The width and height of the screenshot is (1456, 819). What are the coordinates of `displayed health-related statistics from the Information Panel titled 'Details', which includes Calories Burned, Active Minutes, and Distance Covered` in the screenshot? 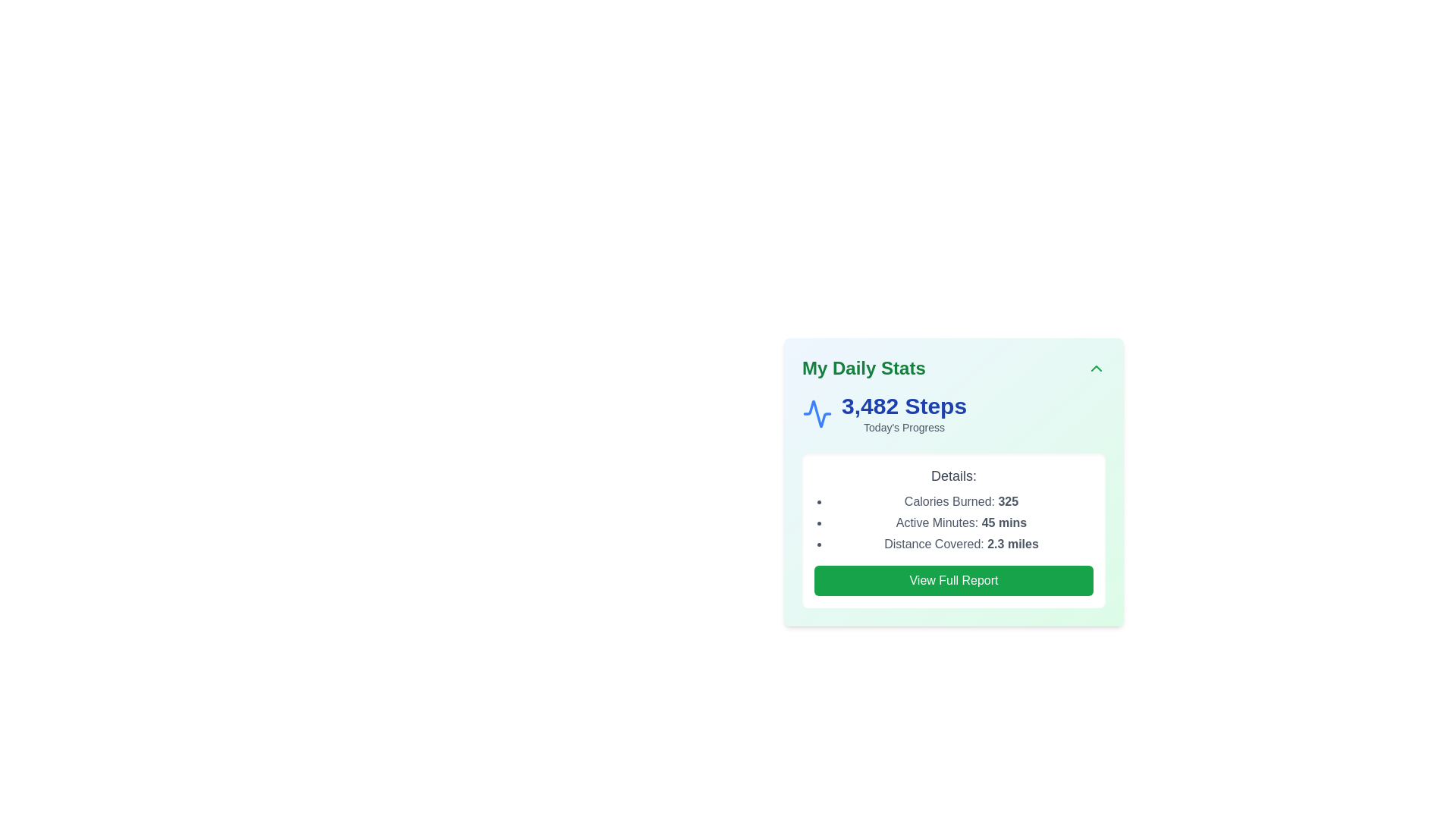 It's located at (952, 529).